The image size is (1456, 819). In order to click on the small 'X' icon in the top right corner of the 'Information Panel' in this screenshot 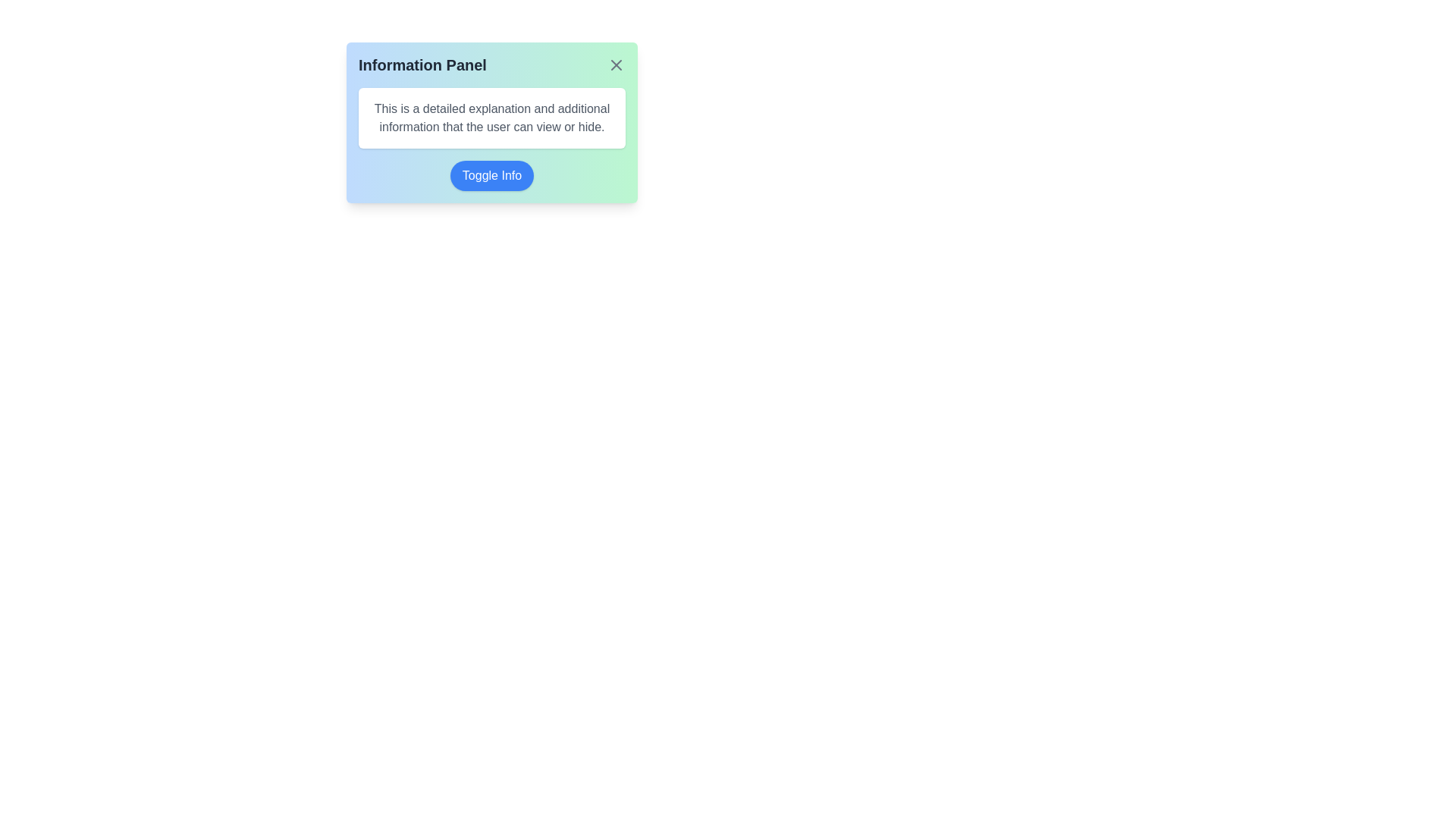, I will do `click(616, 64)`.